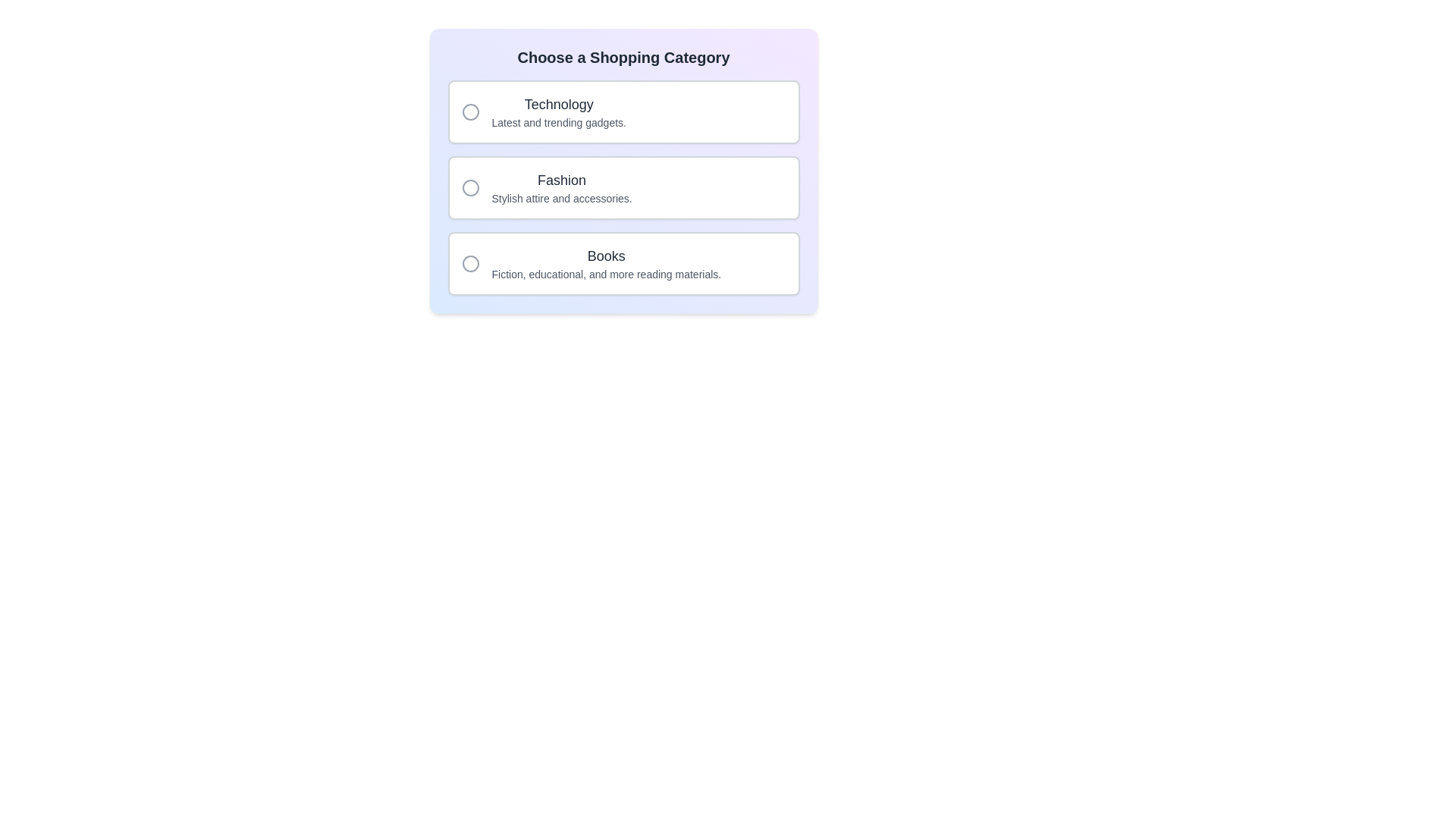  Describe the element at coordinates (469, 111) in the screenshot. I see `the circular outline icon located at the left margin of the 'Technology' card containing the text 'Latest and trending gadgets.'` at that location.